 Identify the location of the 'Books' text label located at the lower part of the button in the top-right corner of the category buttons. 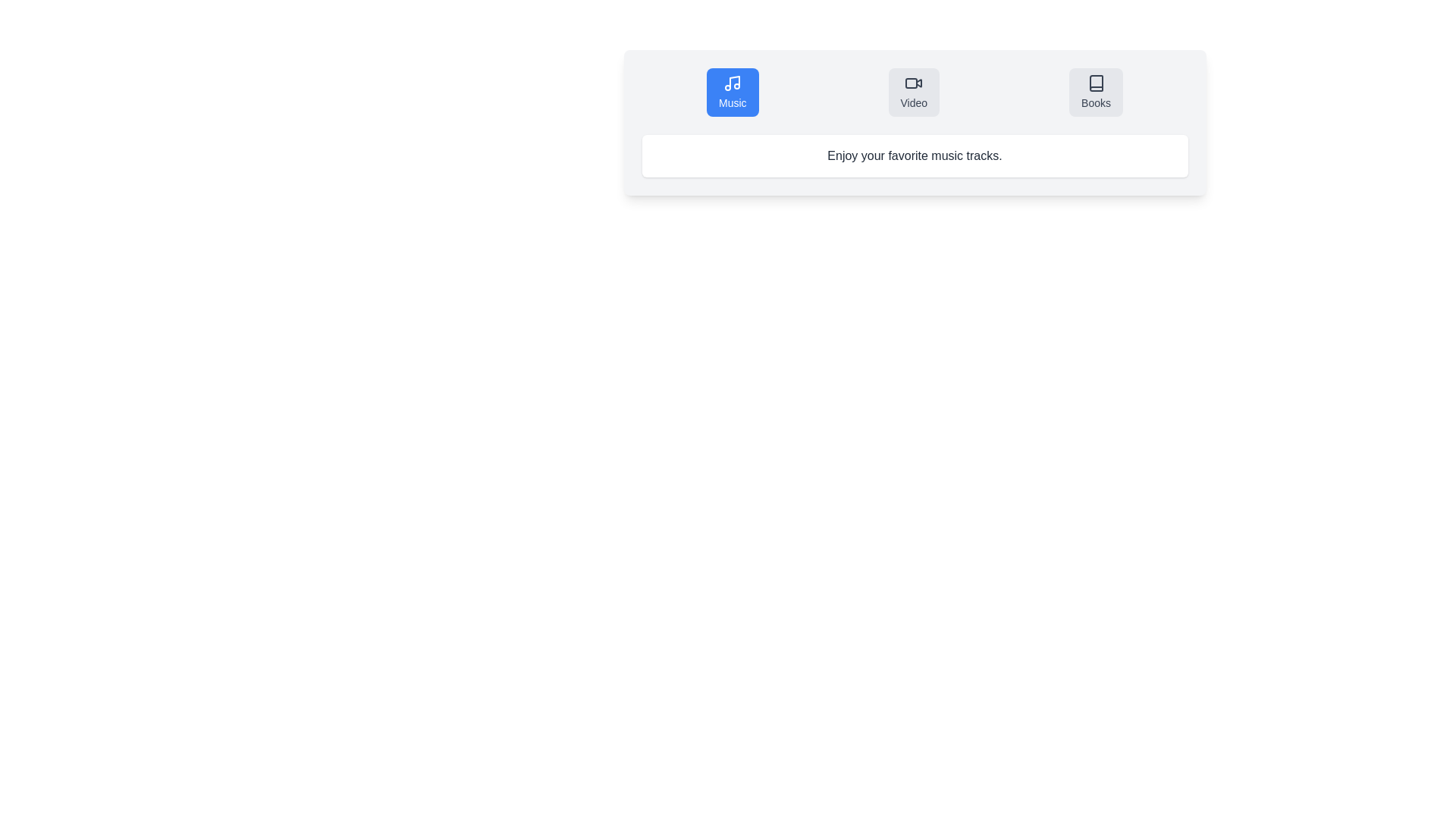
(1096, 102).